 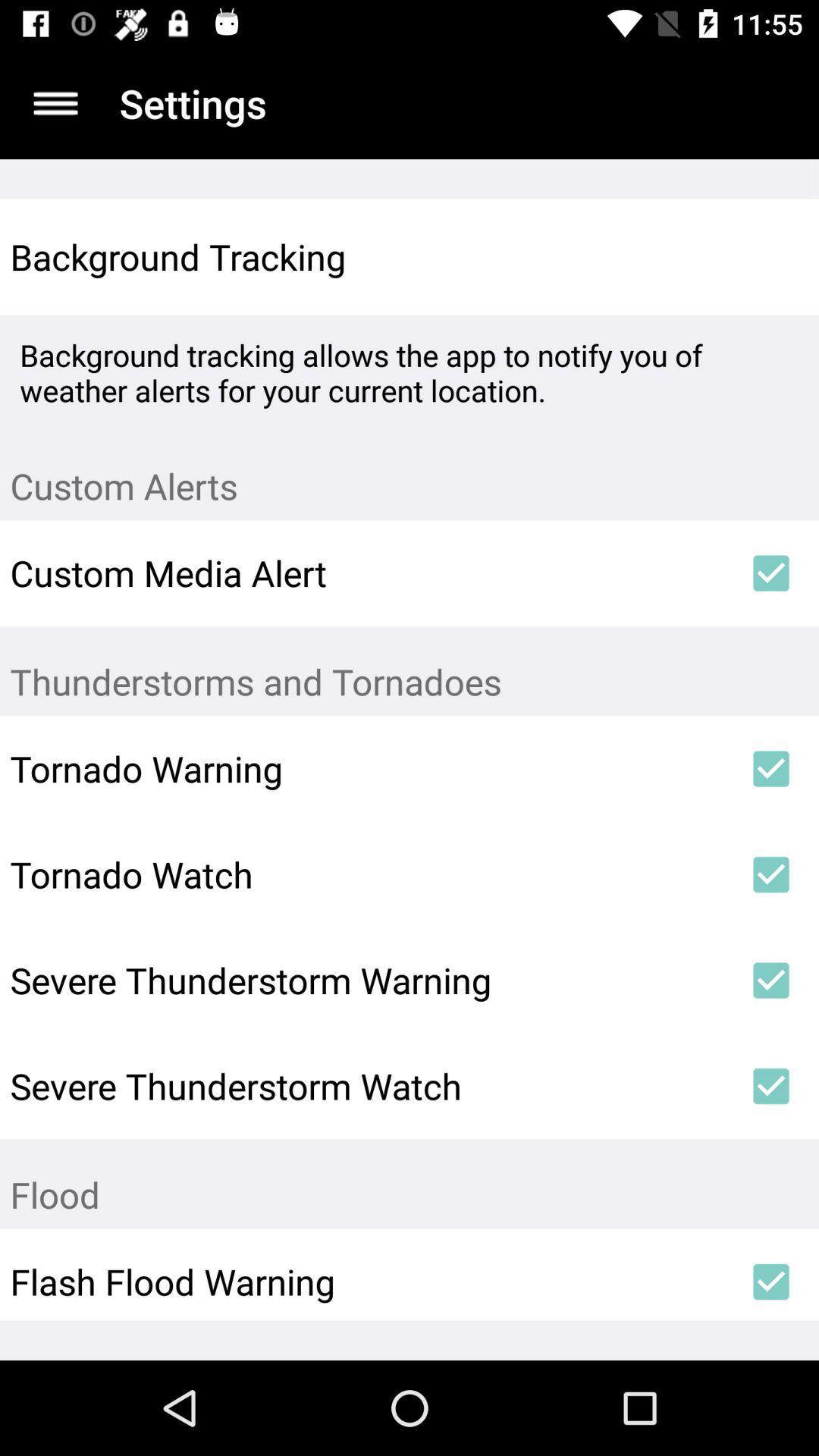 I want to click on item below flood icon, so click(x=771, y=1281).